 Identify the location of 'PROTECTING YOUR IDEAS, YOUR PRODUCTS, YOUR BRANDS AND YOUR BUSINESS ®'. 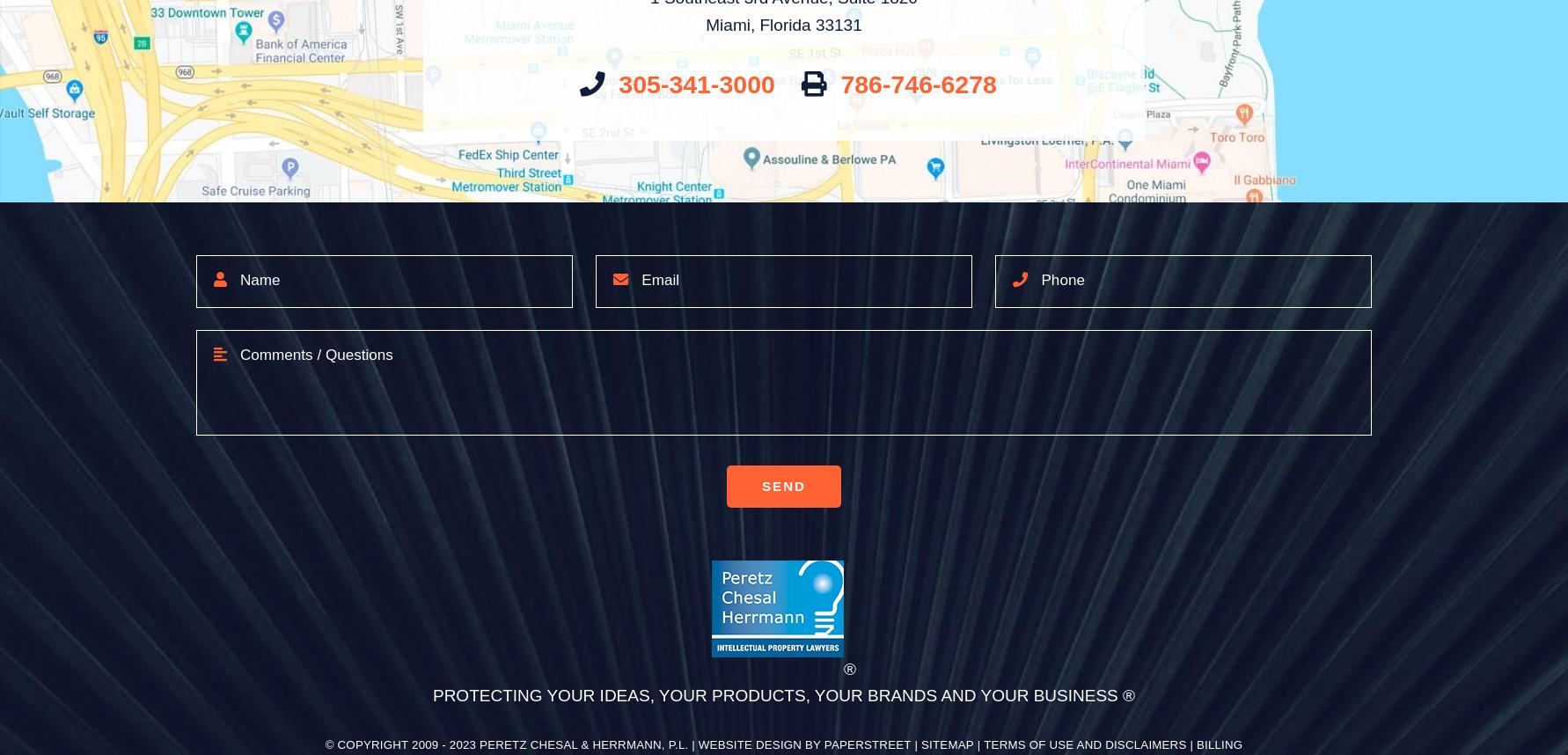
(430, 695).